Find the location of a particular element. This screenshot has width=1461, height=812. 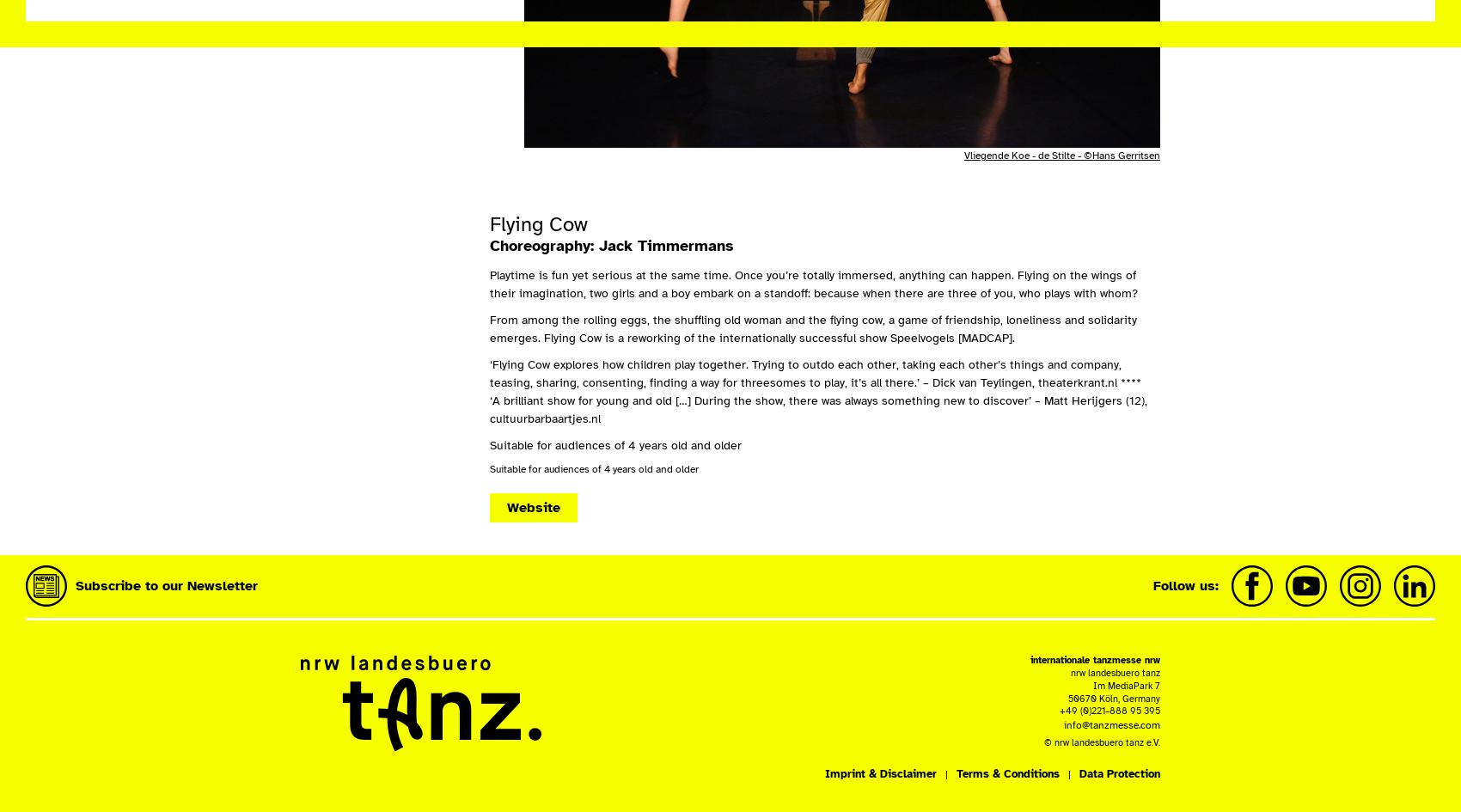

'‘A brilliant show for young and old […] During the show, there was always something new to discover’ – Matt Herijgers (12), cultuurbarbaartjes.nl' is located at coordinates (489, 409).